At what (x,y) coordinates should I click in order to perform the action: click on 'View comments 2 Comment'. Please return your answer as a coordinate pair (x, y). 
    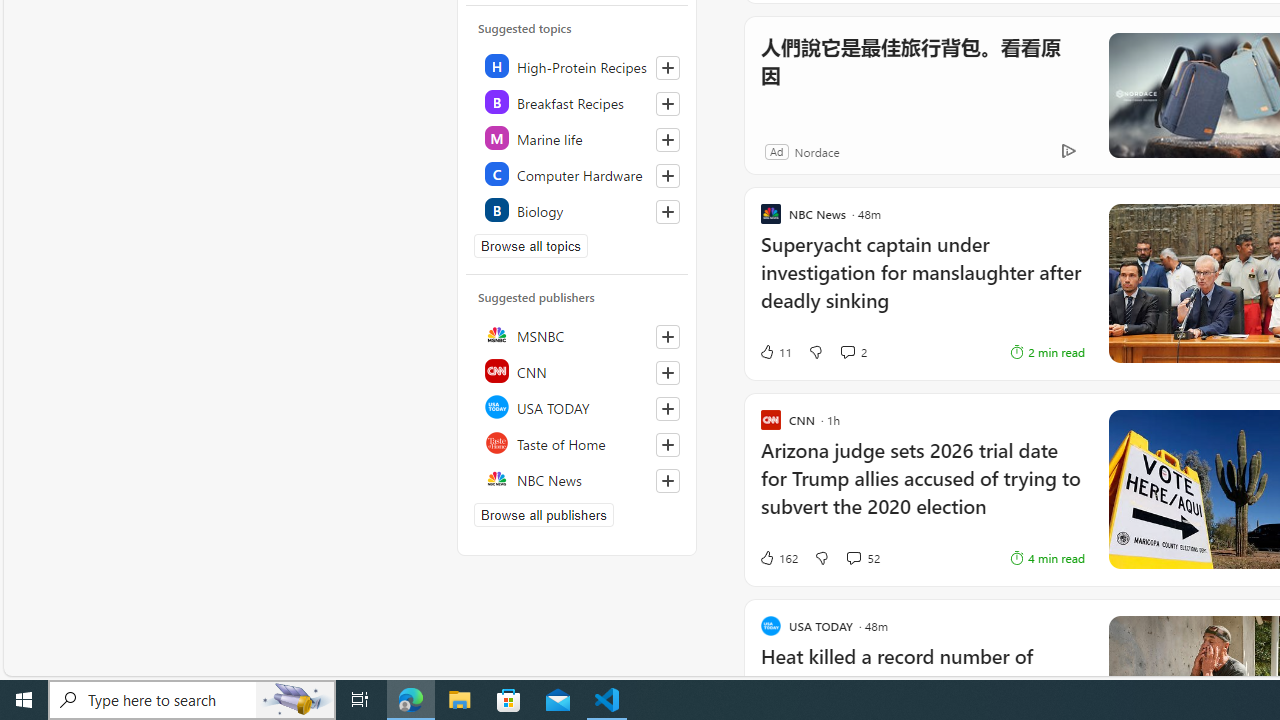
    Looking at the image, I should click on (853, 351).